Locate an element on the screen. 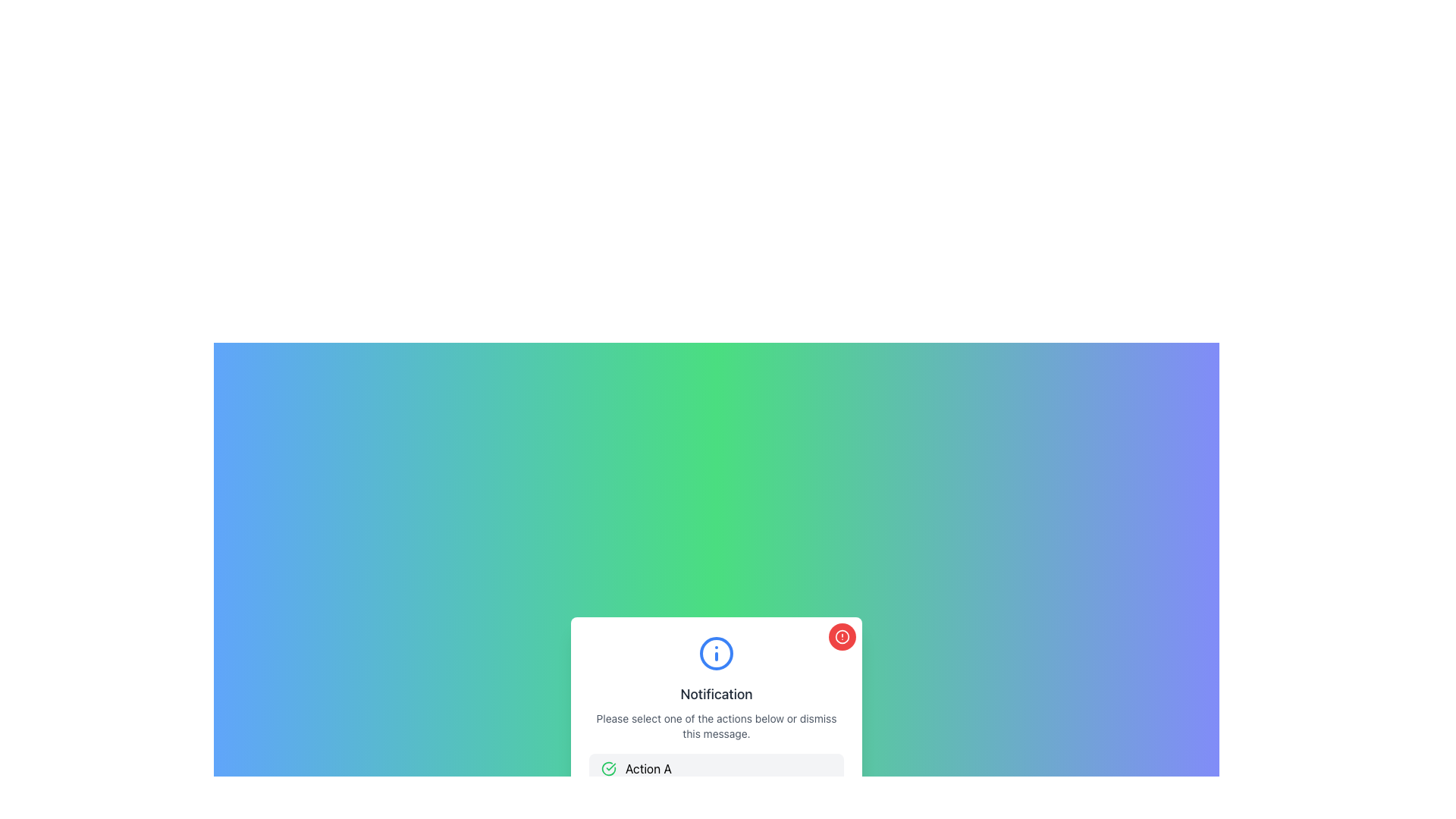 The height and width of the screenshot is (819, 1456). the button labeled 'Action A' located at the bottom center of the notification dialog box is located at coordinates (716, 769).